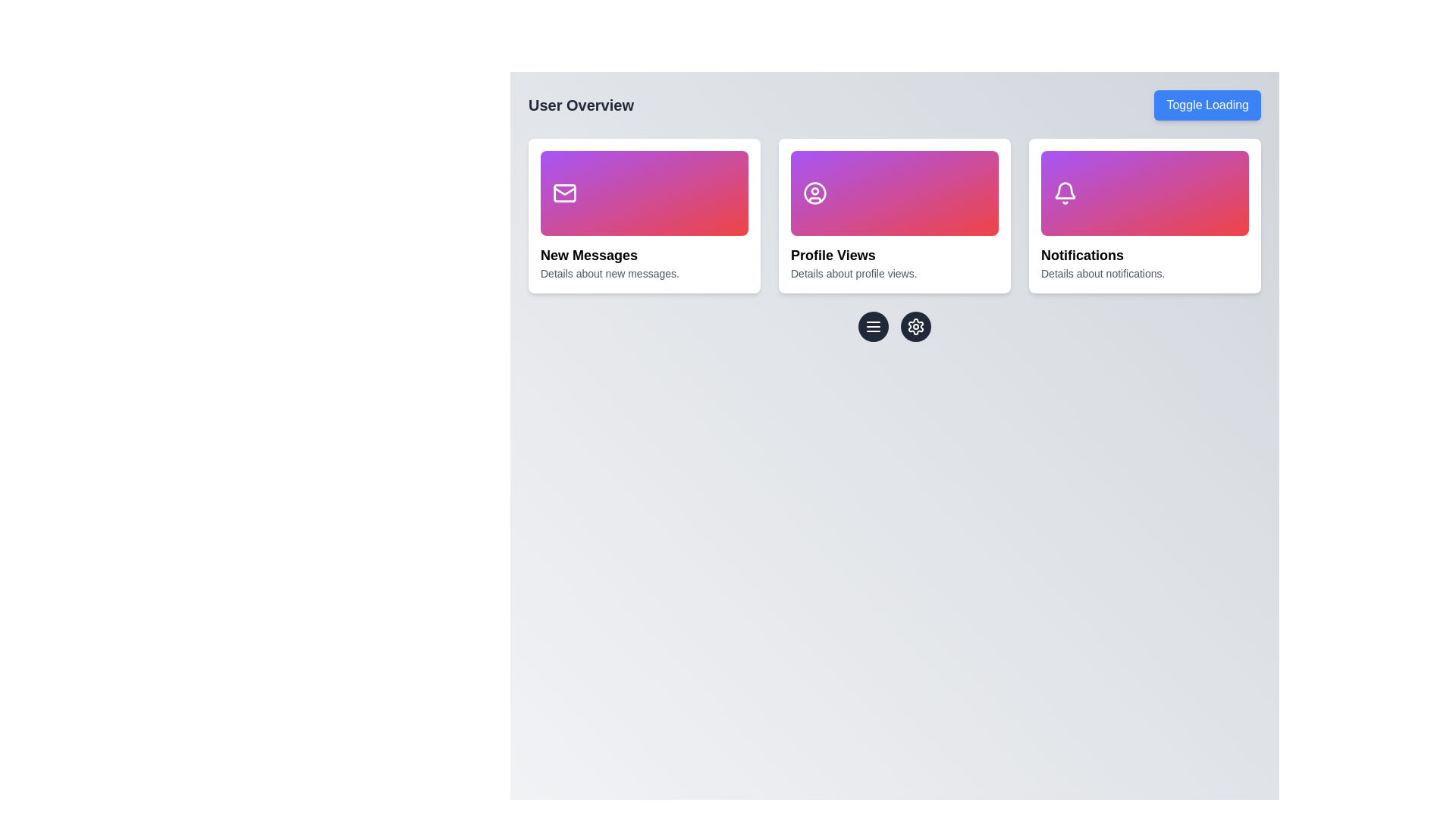  What do you see at coordinates (563, 192) in the screenshot?
I see `the Icon-like rectangle with a purple gradient background that is centered above the 'New Messages' text in the upper-left card of the interface` at bounding box center [563, 192].